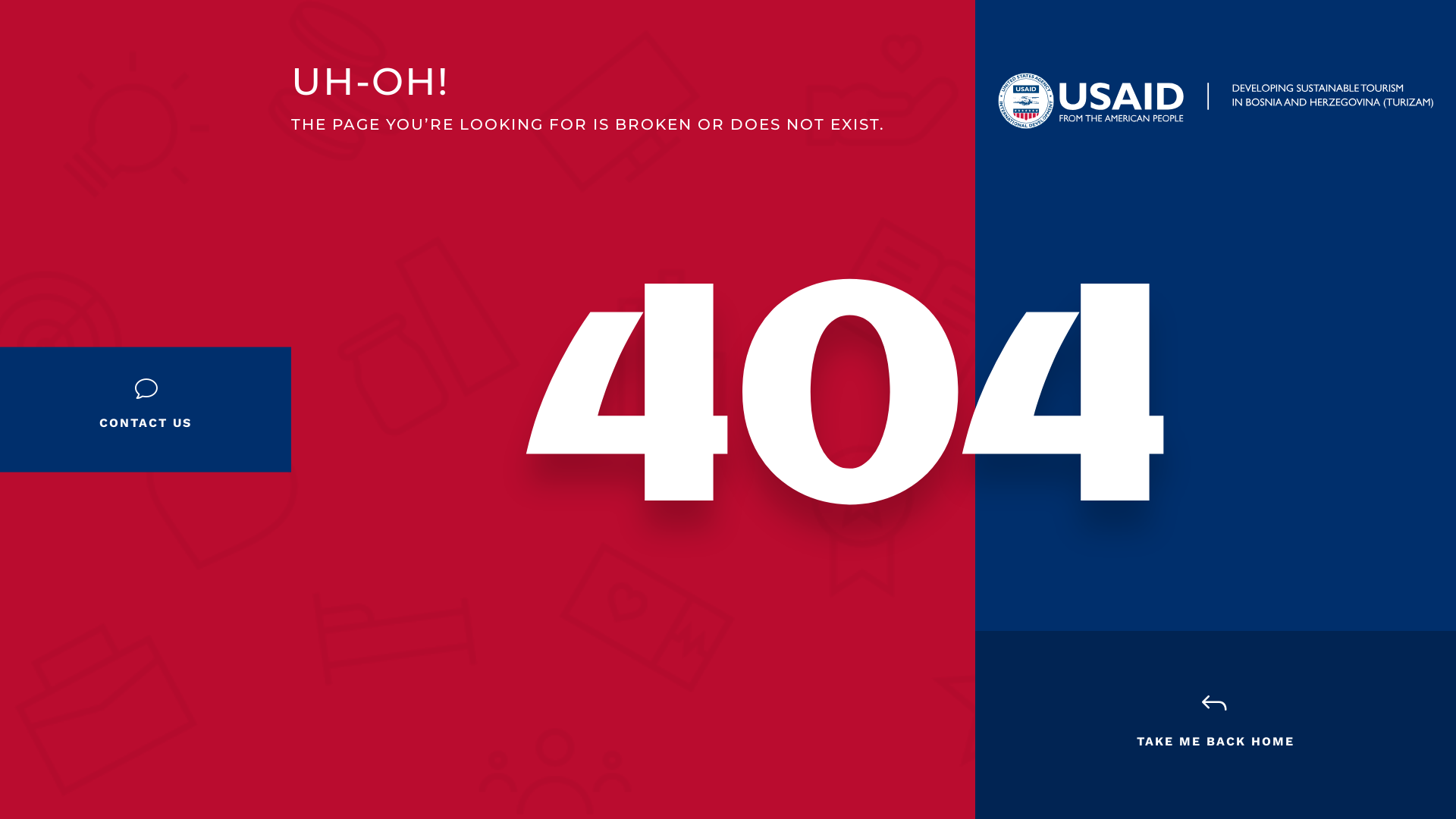 The width and height of the screenshot is (1456, 819). What do you see at coordinates (146, 422) in the screenshot?
I see `'CONTACT US'` at bounding box center [146, 422].